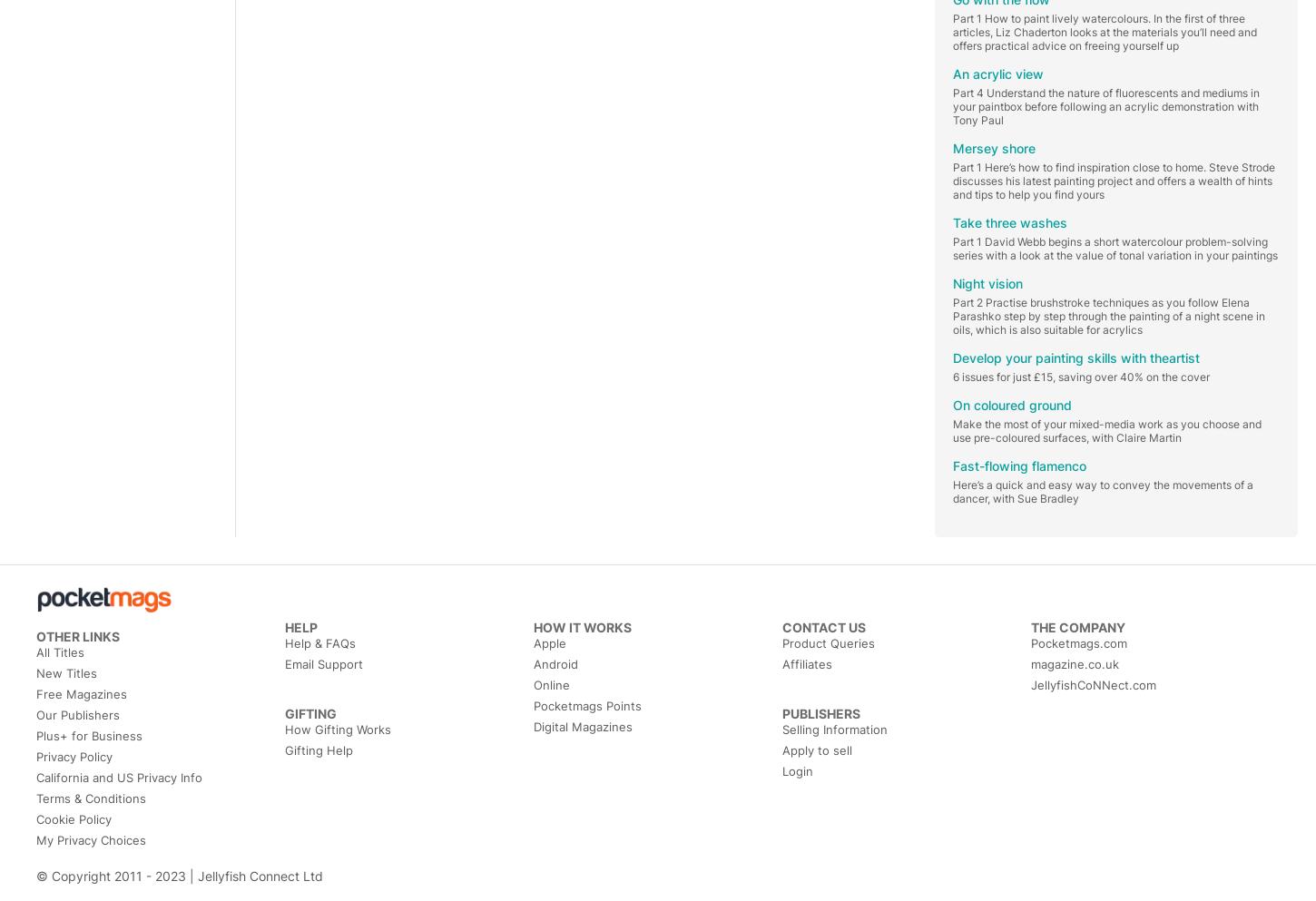 The width and height of the screenshot is (1316, 901). What do you see at coordinates (118, 776) in the screenshot?
I see `'California and US Privacy Info'` at bounding box center [118, 776].